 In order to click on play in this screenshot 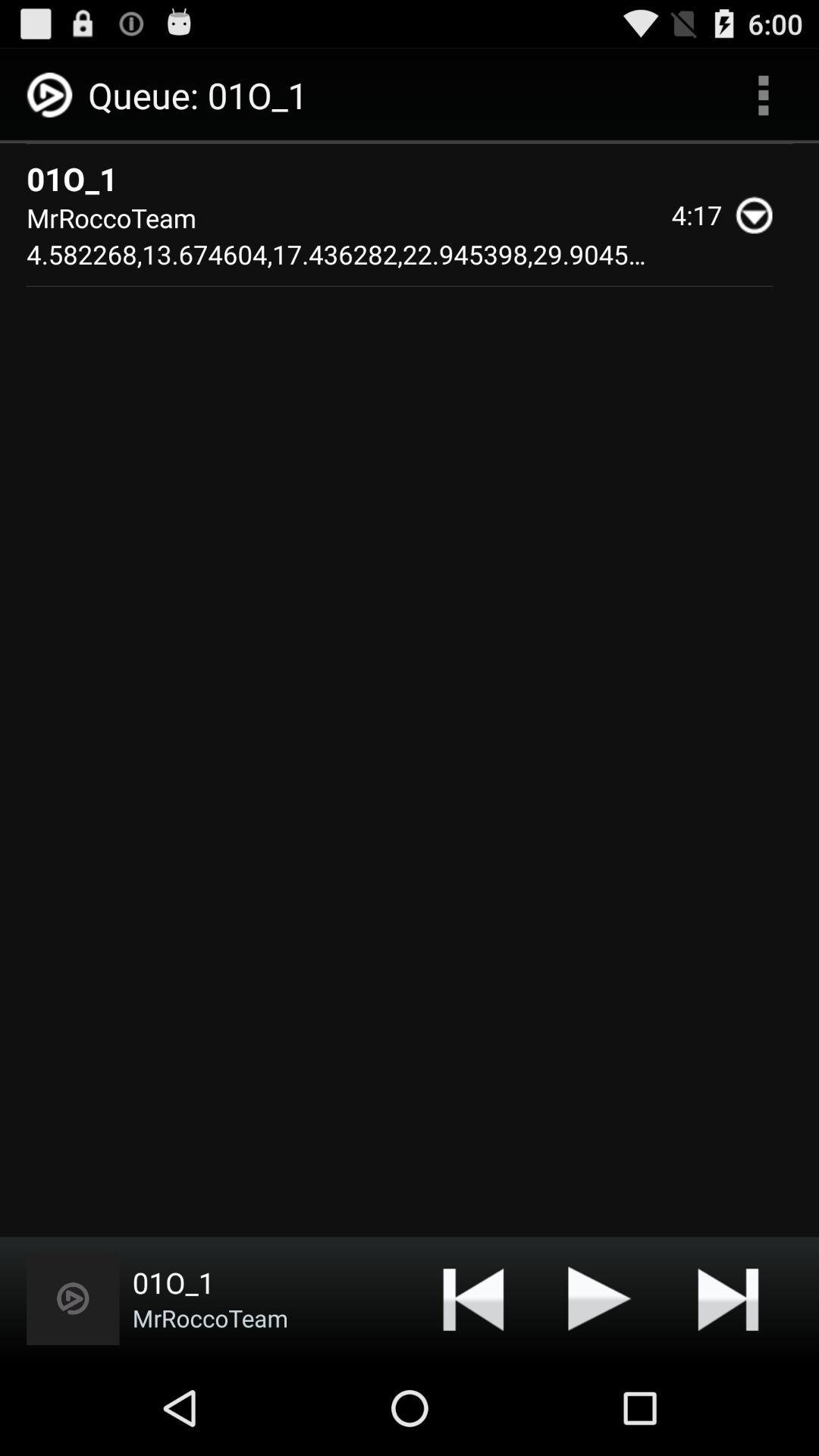, I will do `click(599, 1298)`.